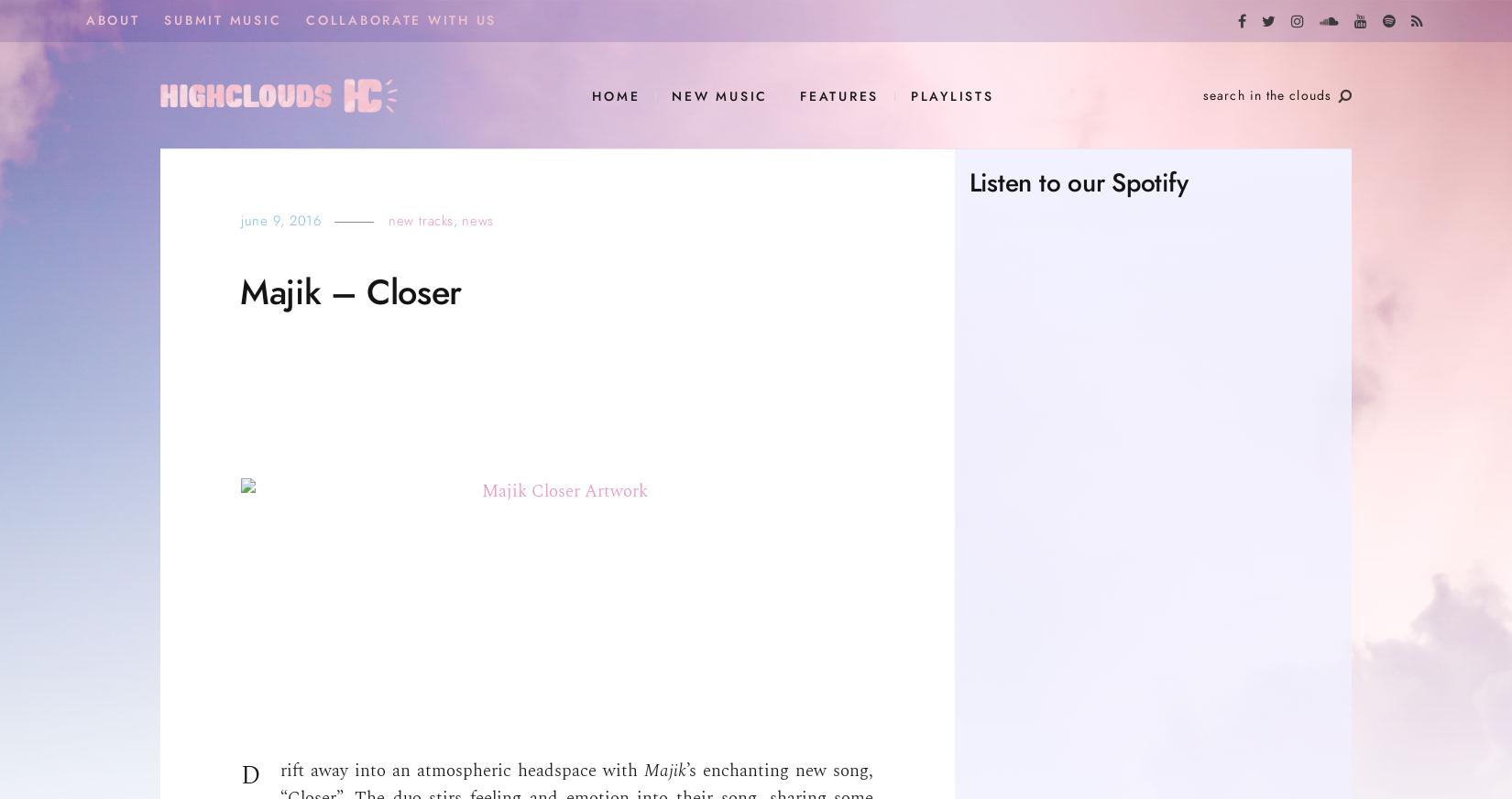 This screenshot has height=799, width=1512. What do you see at coordinates (839, 94) in the screenshot?
I see `'FEATURES'` at bounding box center [839, 94].